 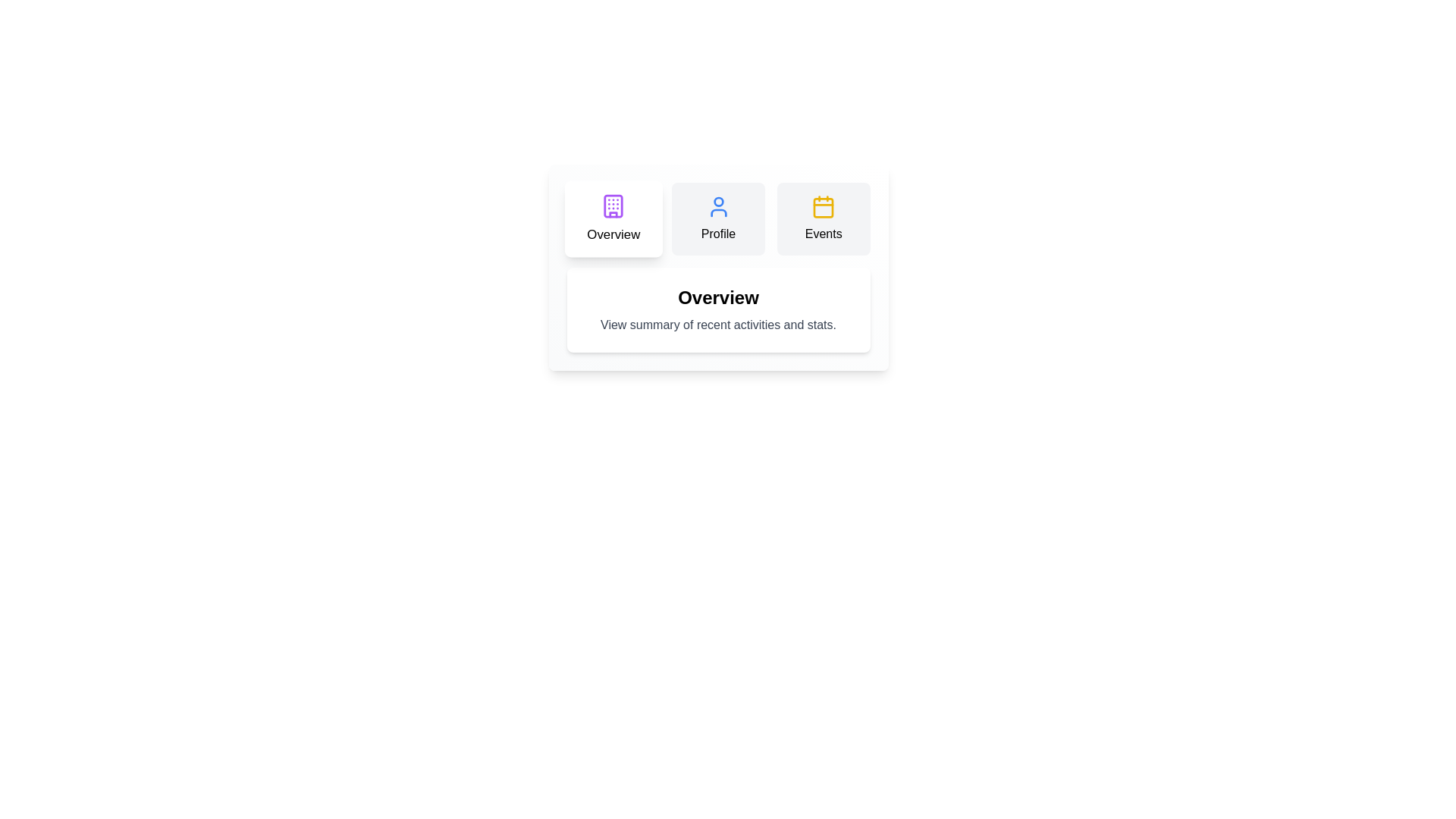 I want to click on the content displayed in the active tab area, so click(x=717, y=309).